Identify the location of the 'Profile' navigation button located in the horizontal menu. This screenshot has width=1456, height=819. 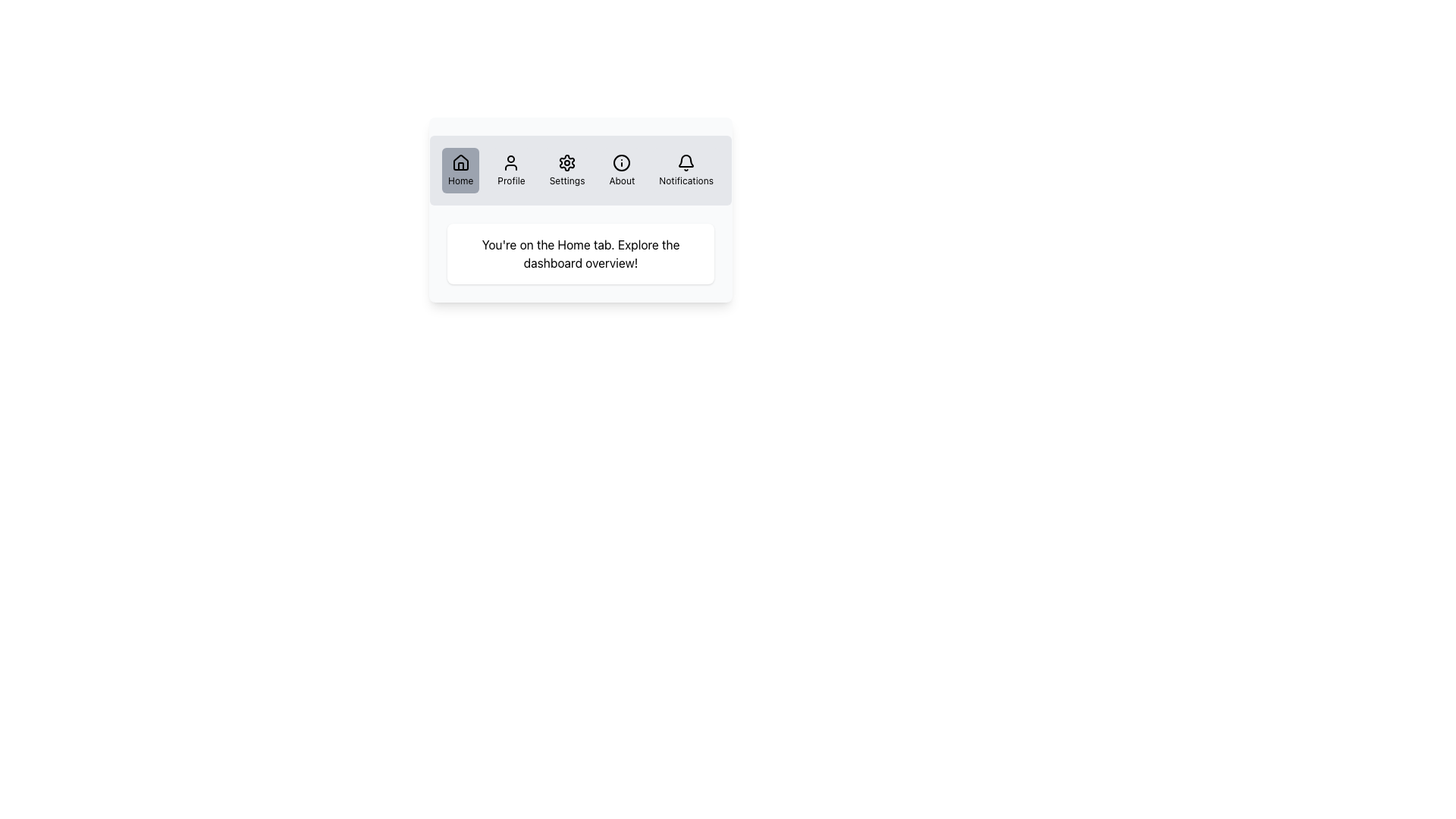
(511, 170).